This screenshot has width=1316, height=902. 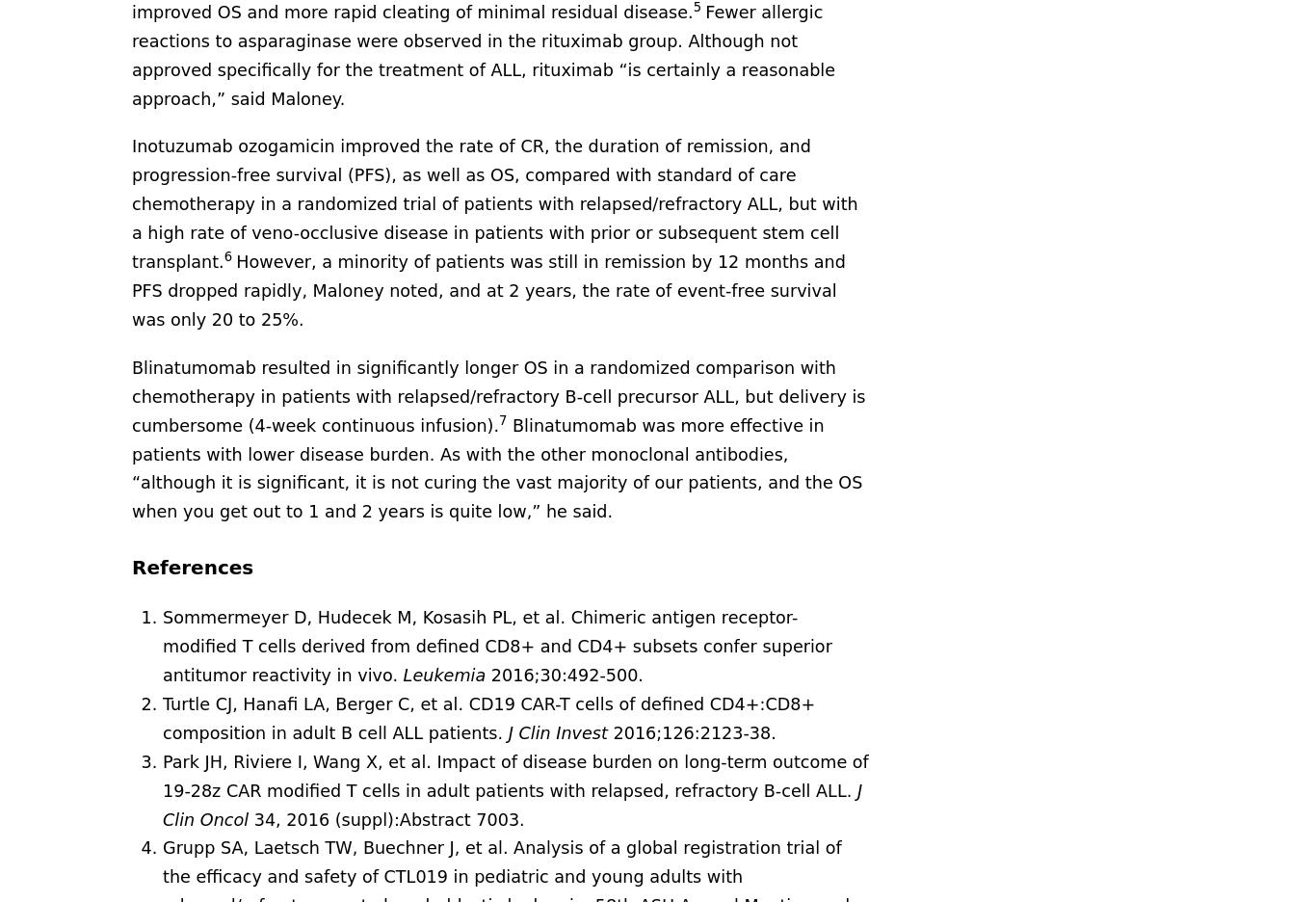 I want to click on 'However, a minority of patients was still in remission by 12 months and PFS dropped rapidly, Maloney noted, and at 2 years, the rate of event-free survival was only 20 to 25%.', so click(x=488, y=290).